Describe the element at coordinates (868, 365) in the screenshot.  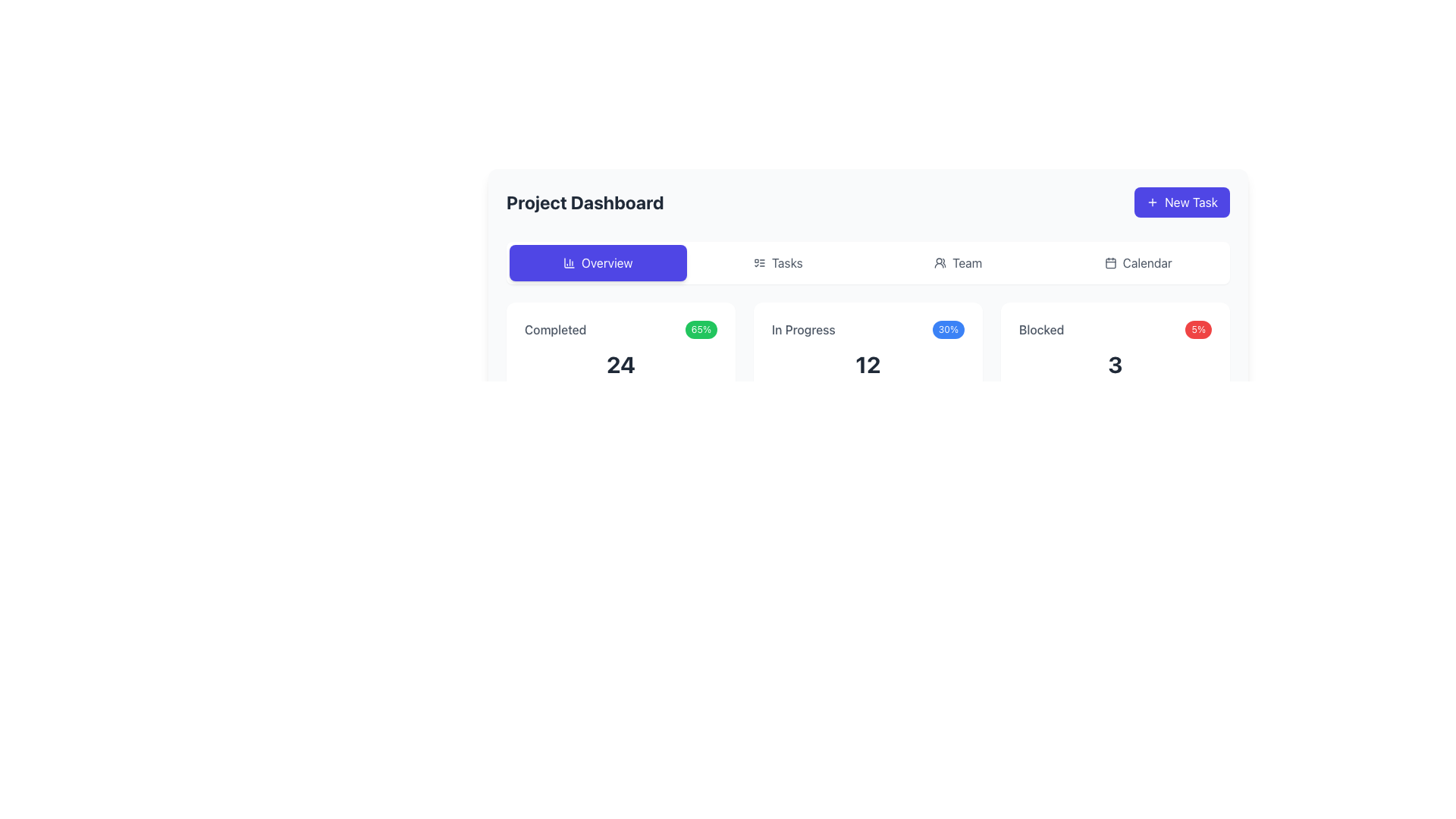
I see `the text display showing the number '12' in a bold, large font styled in dark gray, located centrally in the lower half of the card representing 'In Progress'` at that location.